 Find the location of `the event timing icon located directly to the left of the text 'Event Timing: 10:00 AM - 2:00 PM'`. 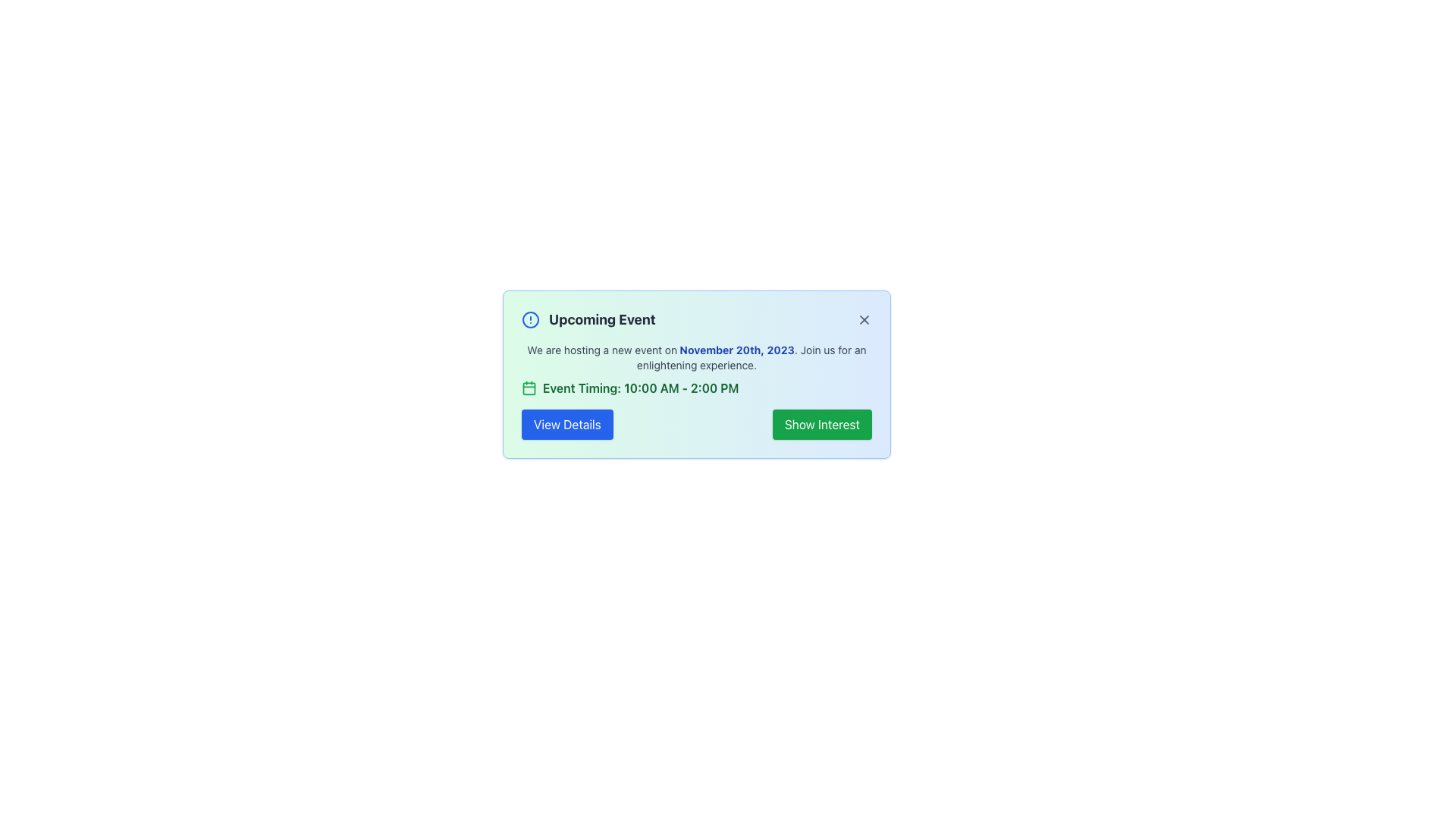

the event timing icon located directly to the left of the text 'Event Timing: 10:00 AM - 2:00 PM' is located at coordinates (529, 388).